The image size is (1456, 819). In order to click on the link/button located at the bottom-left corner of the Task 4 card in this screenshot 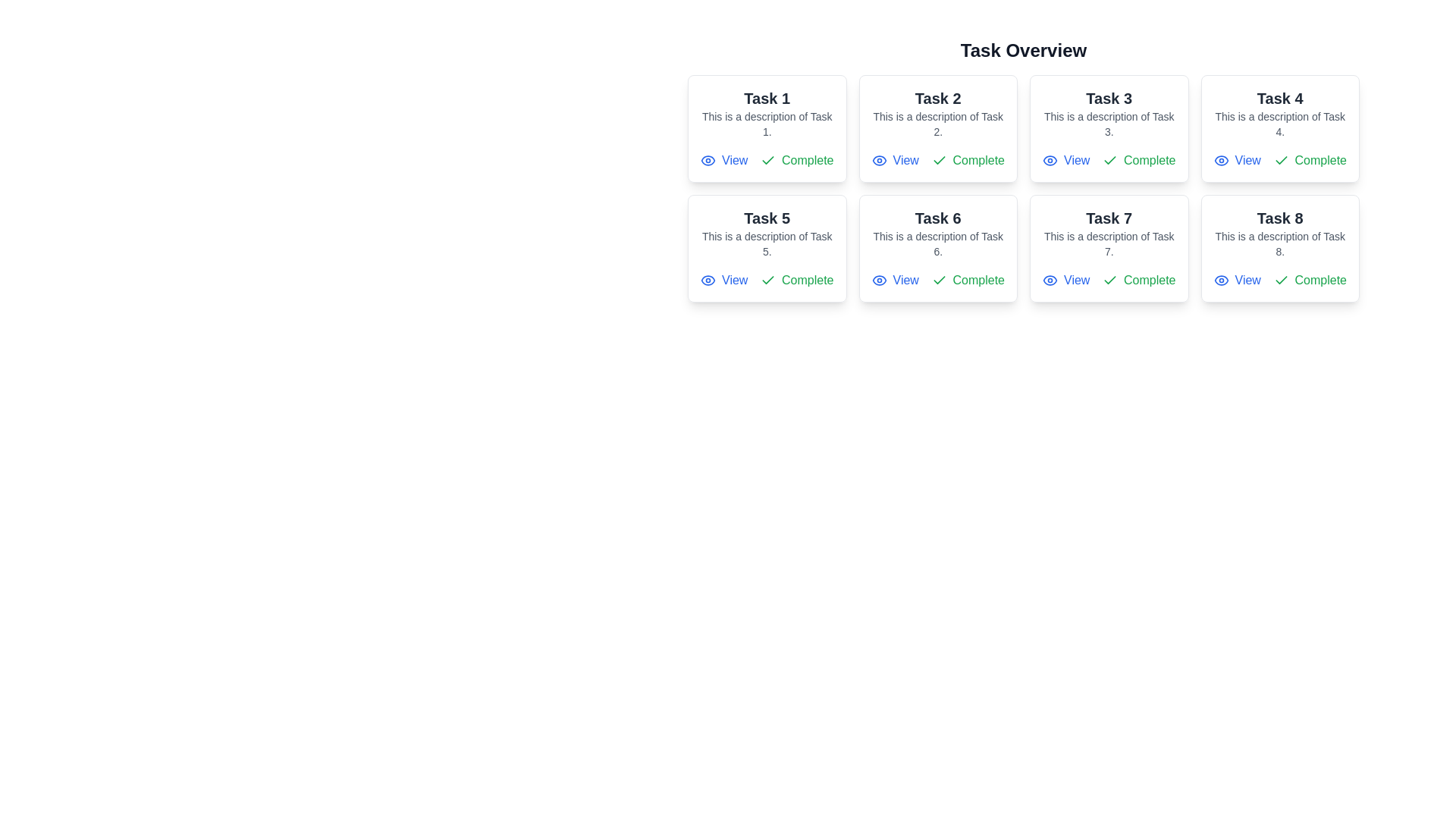, I will do `click(1237, 161)`.